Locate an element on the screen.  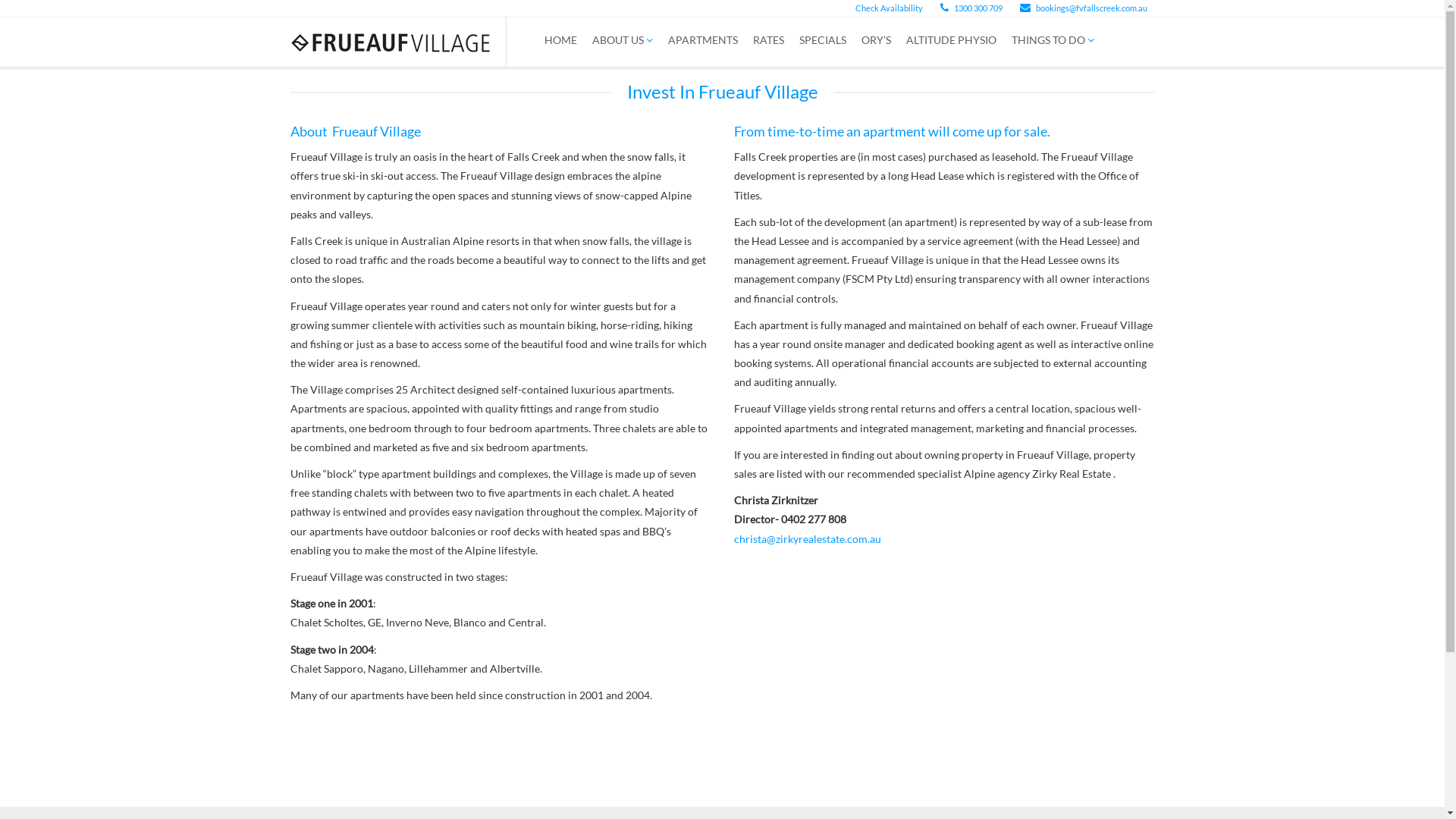
'ALTITUDE PHYSIO' is located at coordinates (949, 39).